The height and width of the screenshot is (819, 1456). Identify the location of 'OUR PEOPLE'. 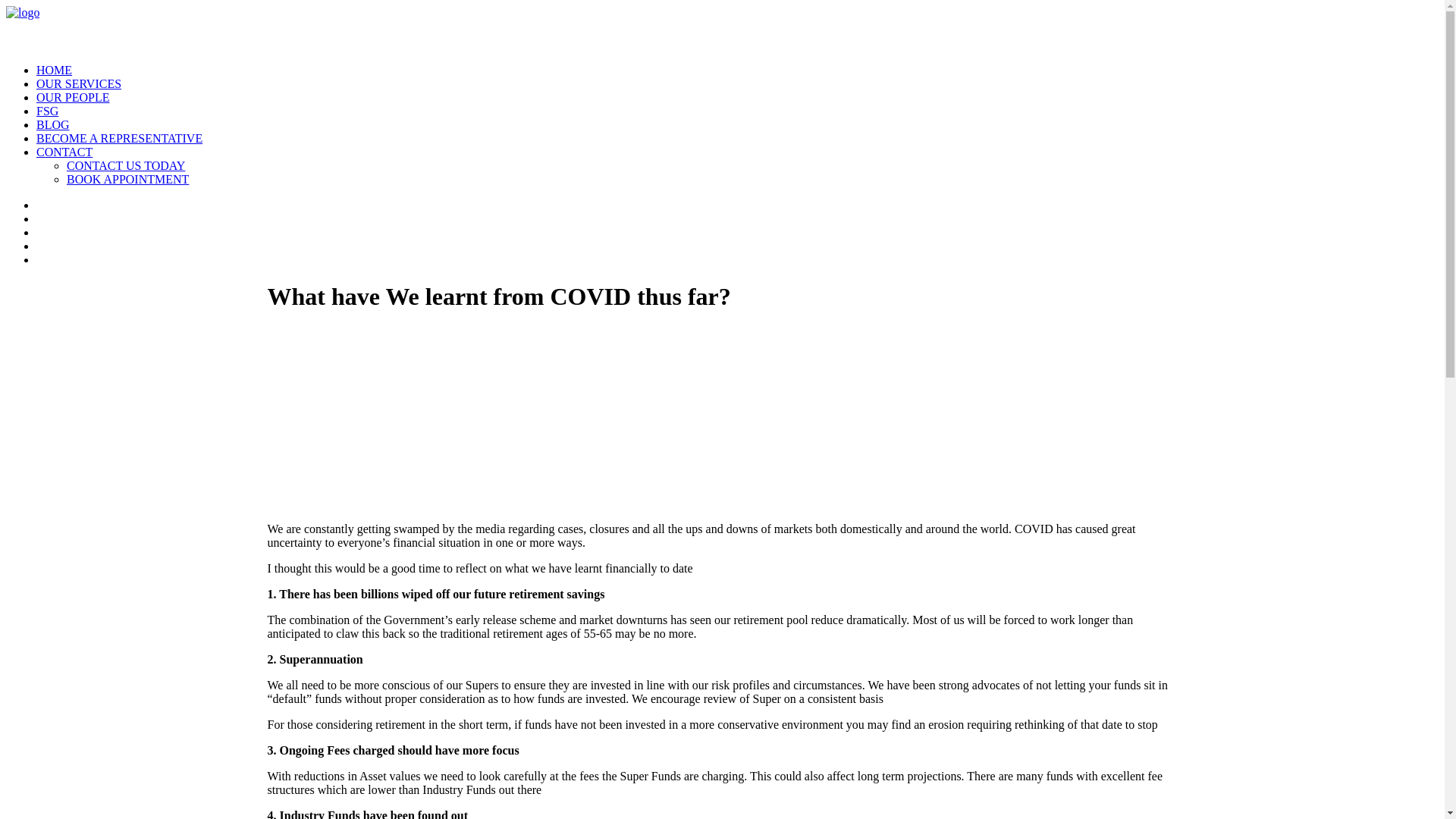
(72, 97).